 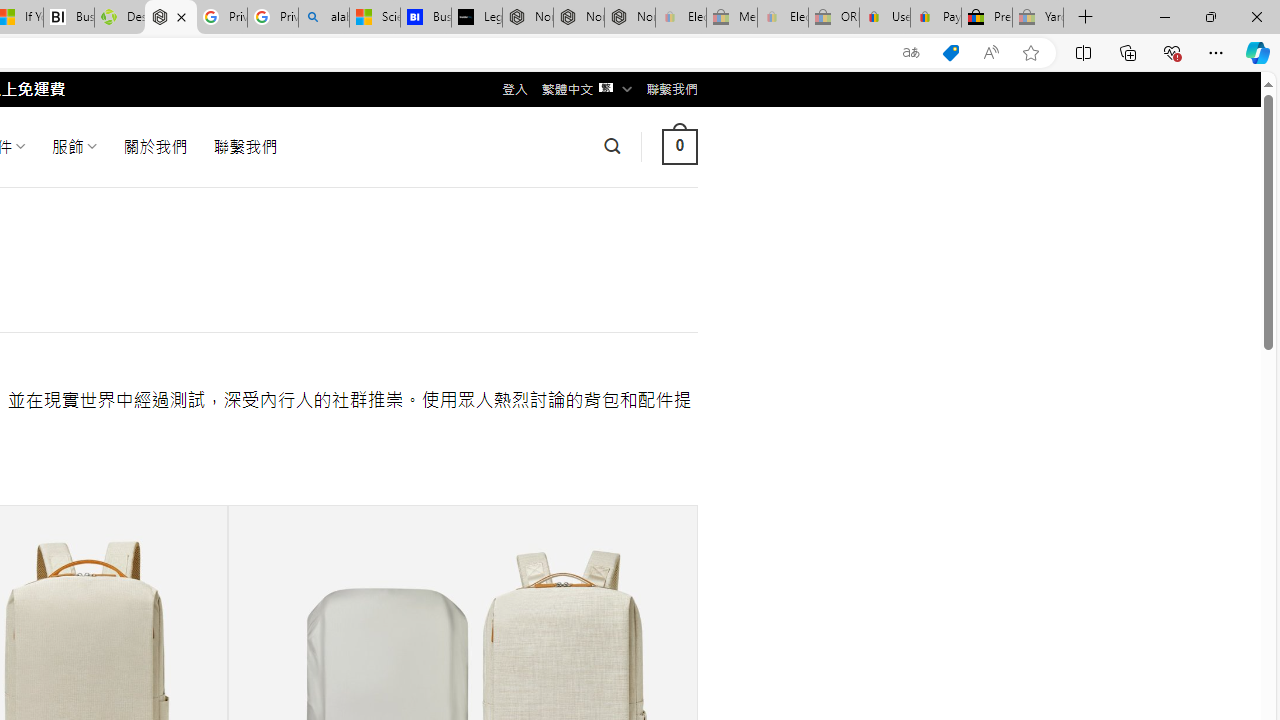 What do you see at coordinates (935, 17) in the screenshot?
I see `'Payments Terms of Use | eBay.com'` at bounding box center [935, 17].